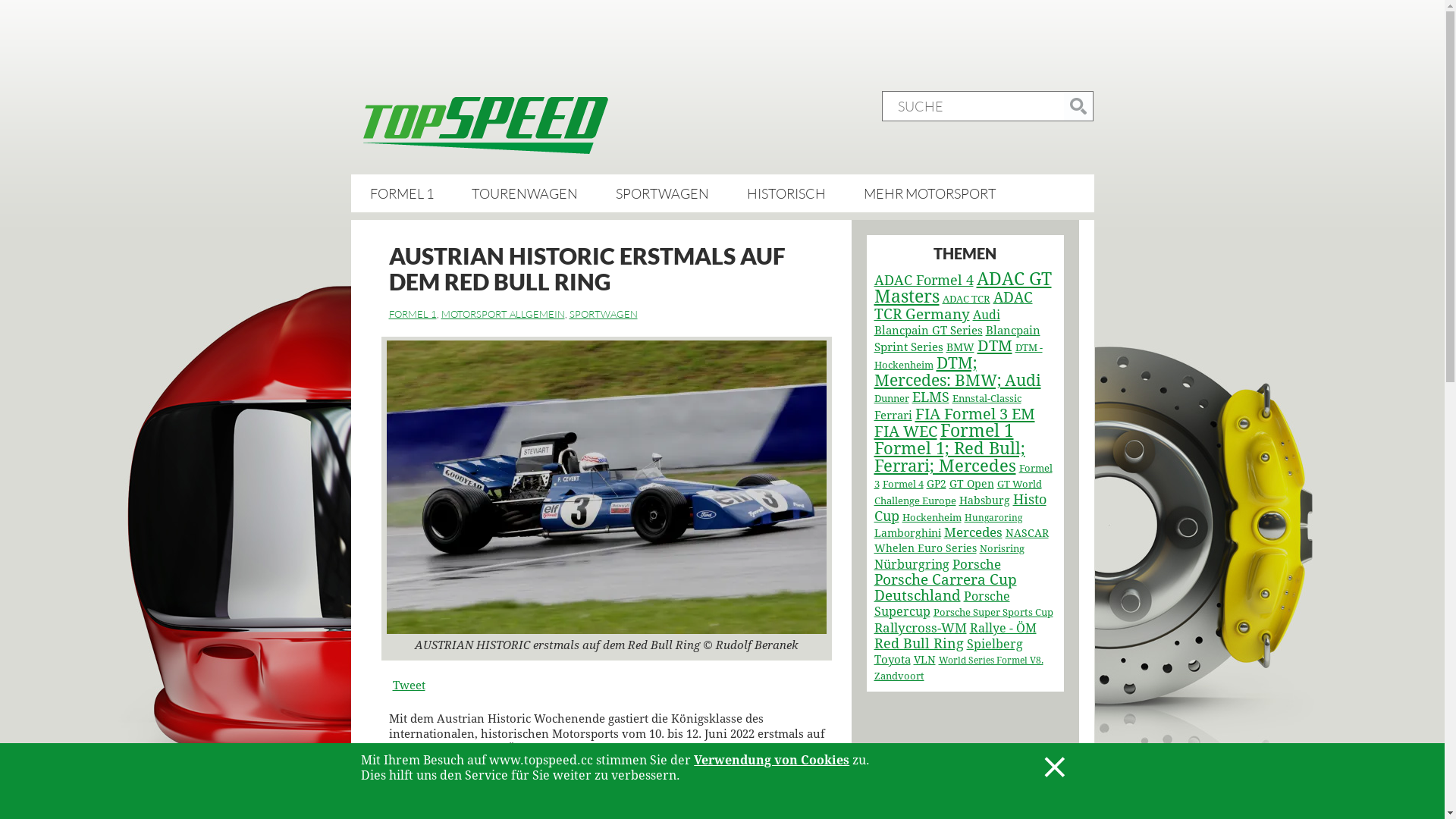 The height and width of the screenshot is (819, 1456). Describe the element at coordinates (959, 508) in the screenshot. I see `'Histo Cup'` at that location.